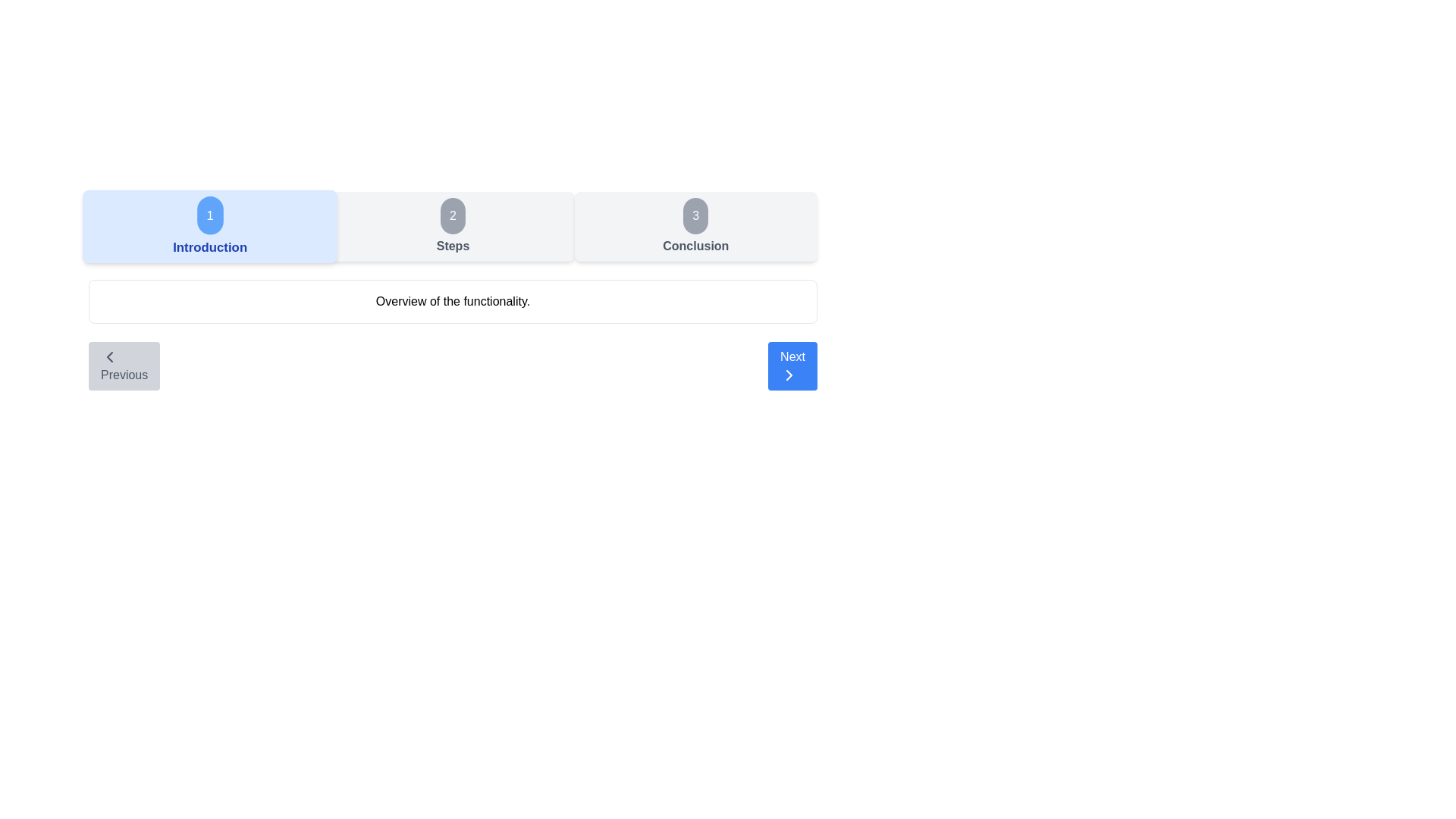  Describe the element at coordinates (792, 366) in the screenshot. I see `the Next button to navigate between steps` at that location.